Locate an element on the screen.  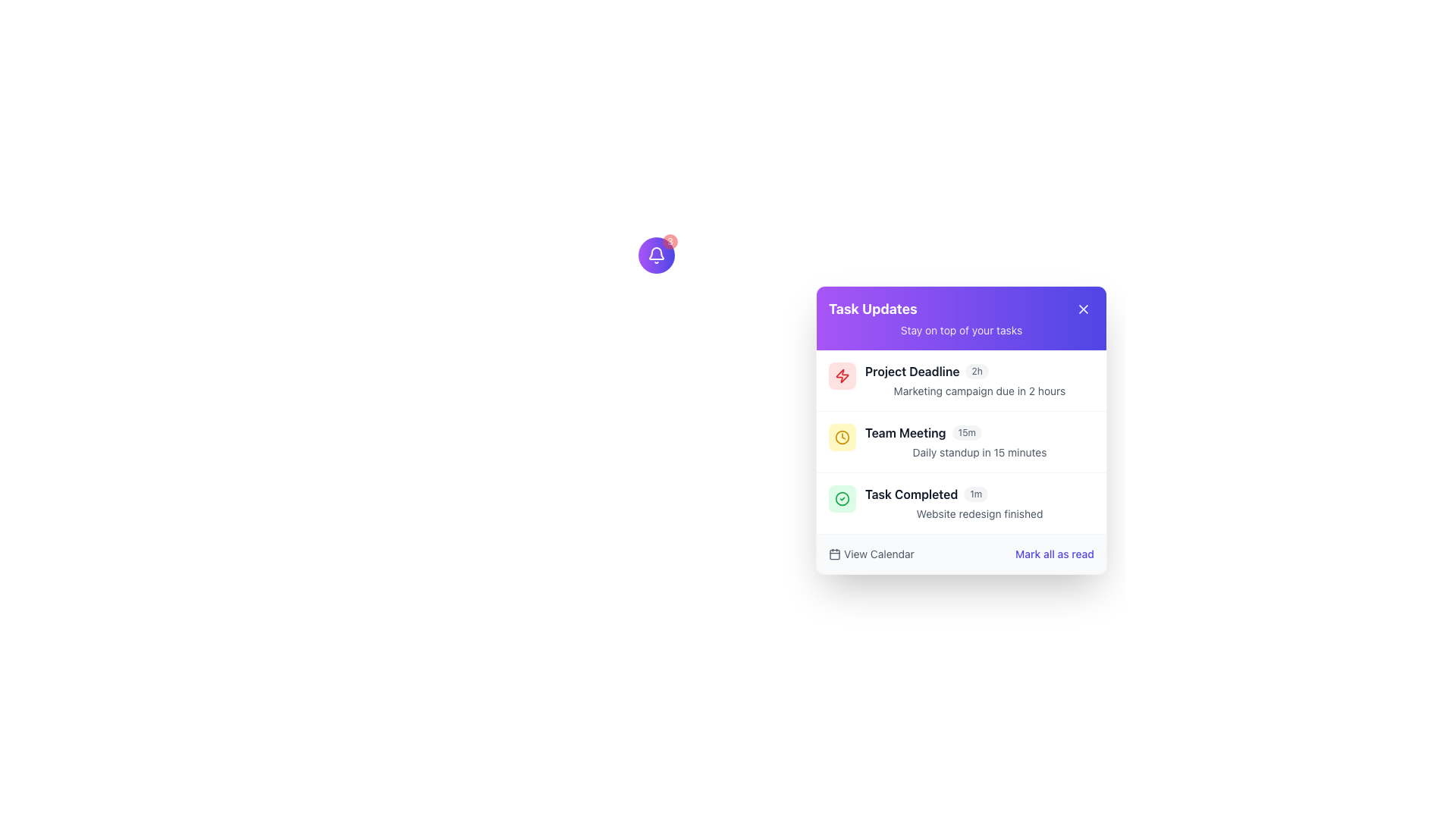
the task update notification for the imminent deadline for a marketing campaign, which is the topmost entry under the 'Task Updates' section in the notifications panel is located at coordinates (960, 379).